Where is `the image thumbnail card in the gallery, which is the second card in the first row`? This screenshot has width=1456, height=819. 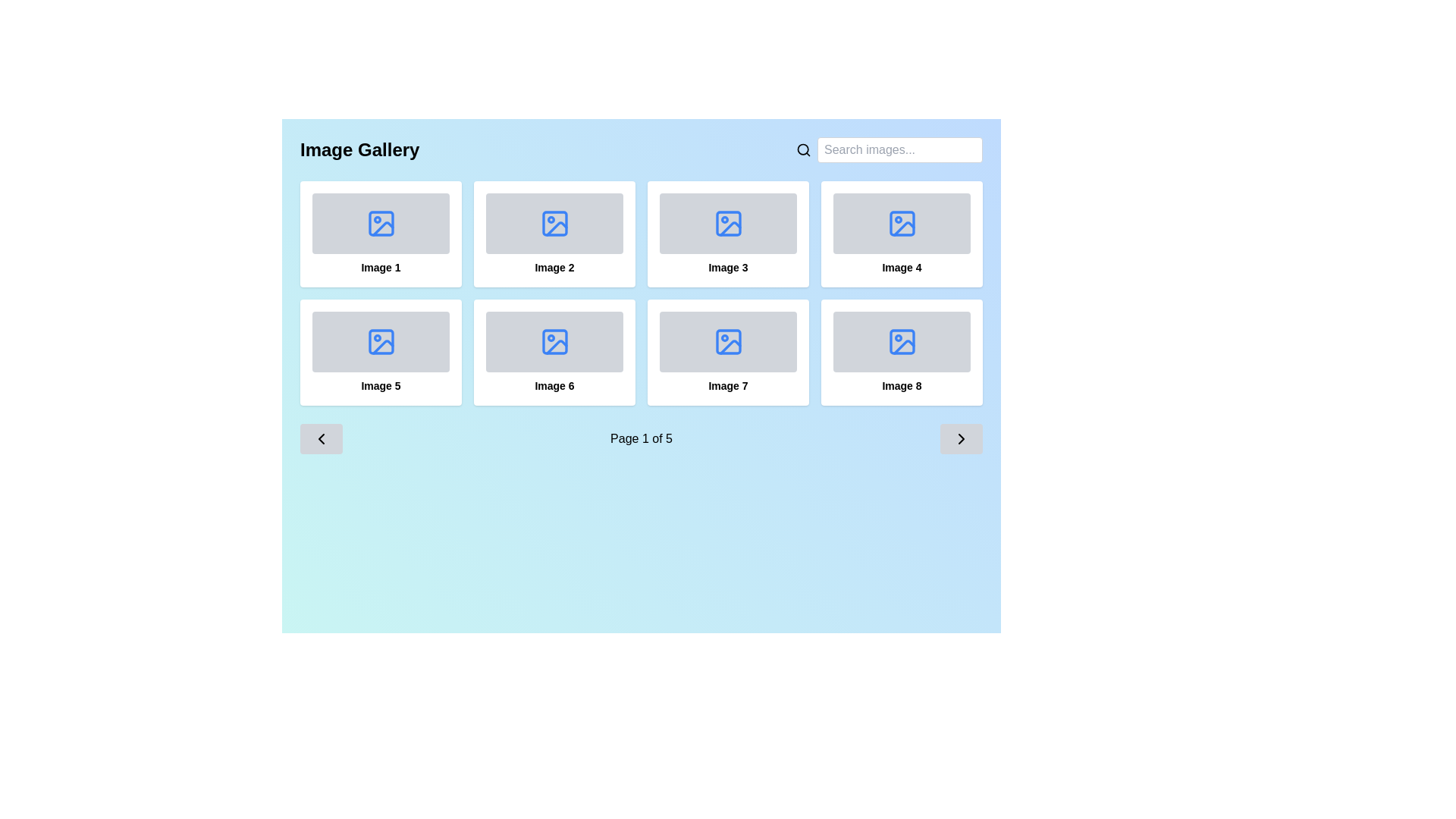 the image thumbnail card in the gallery, which is the second card in the first row is located at coordinates (554, 234).